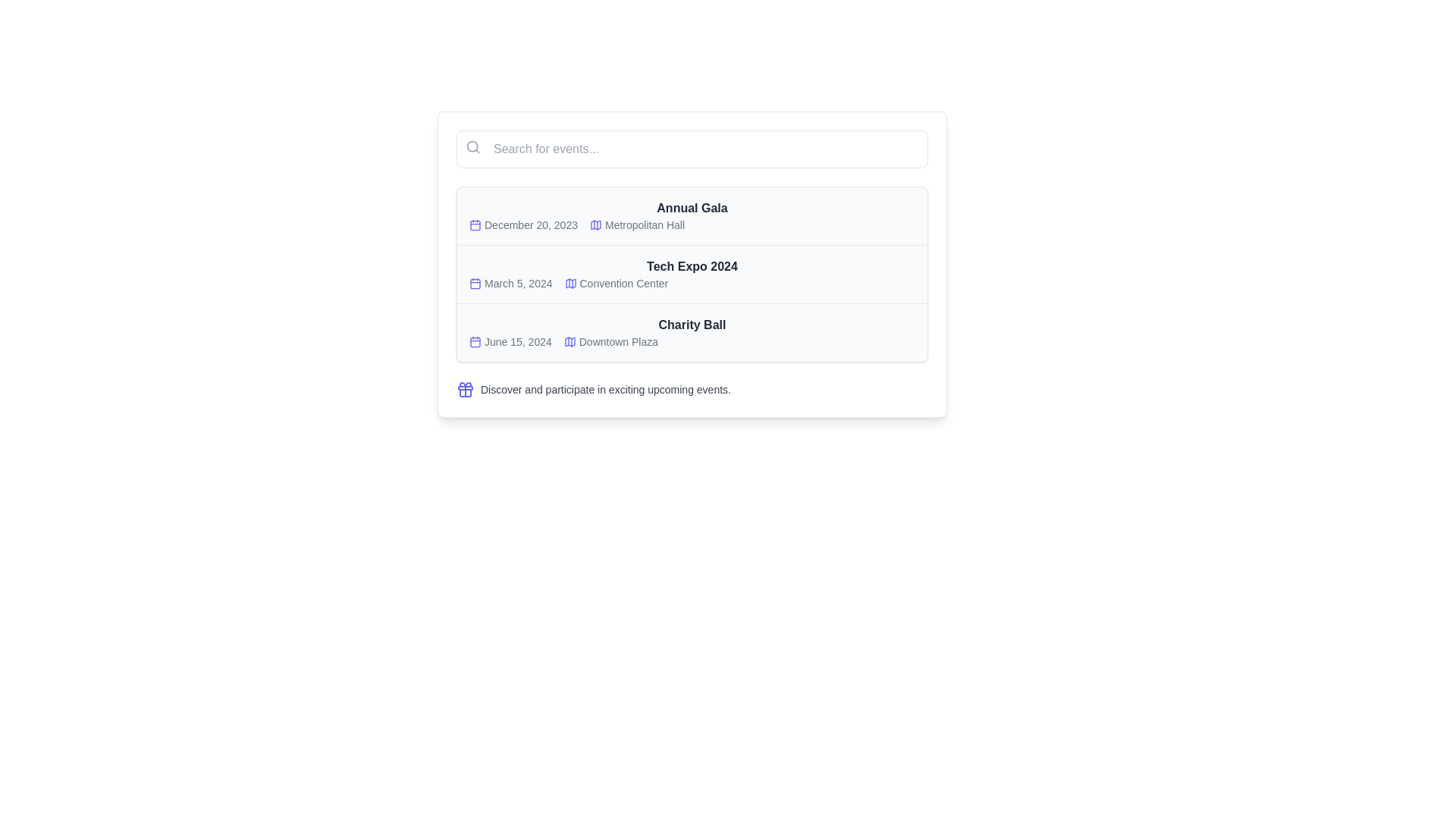 The width and height of the screenshot is (1456, 819). Describe the element at coordinates (510, 284) in the screenshot. I see `date information displayed as 'March 5, 2024' next to the purple calendar icon, located in the second row of the list of events, left of 'Tech Expo 2024'` at that location.